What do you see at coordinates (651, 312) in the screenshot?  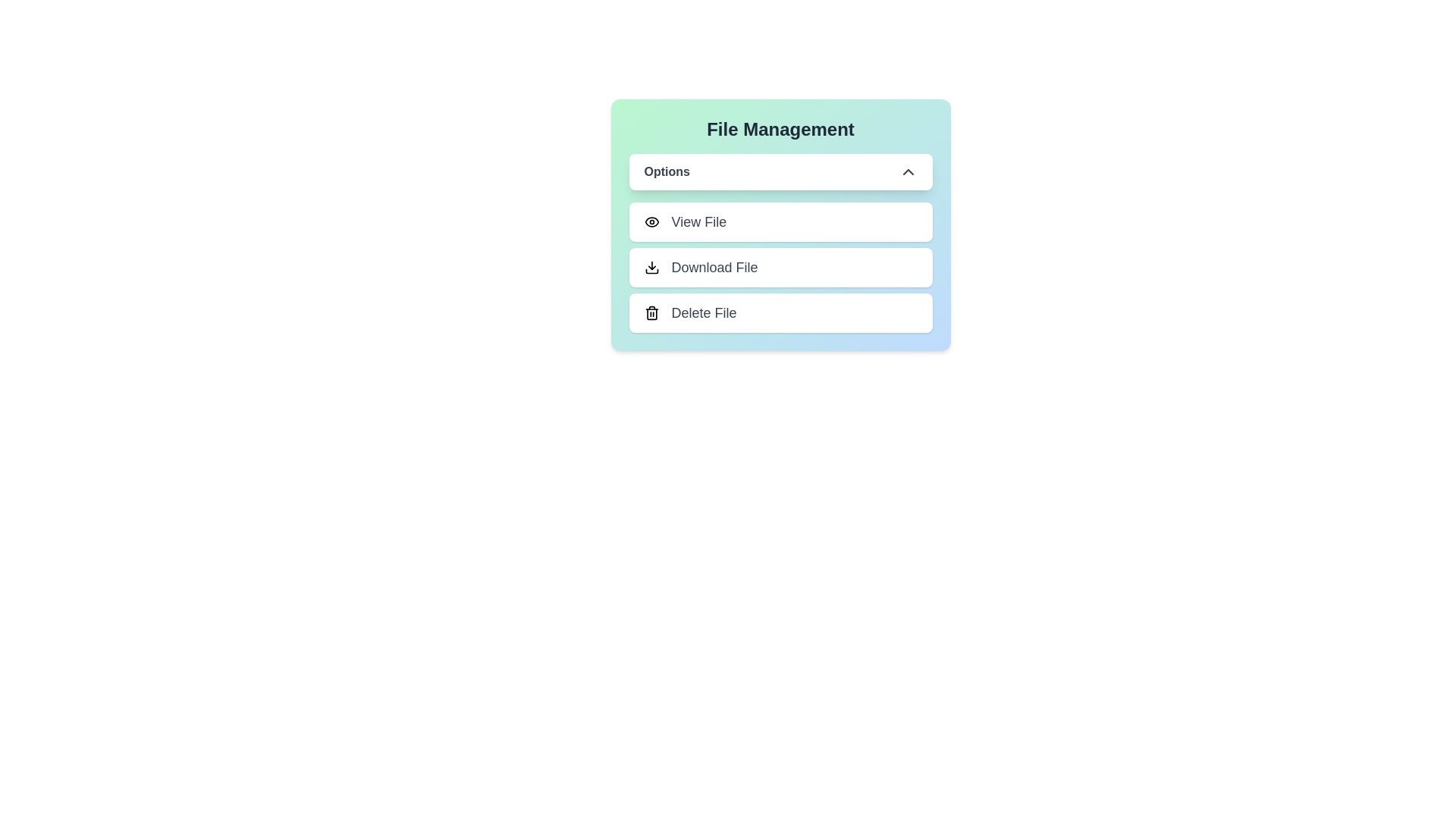 I see `the icon next to the menu option Delete File` at bounding box center [651, 312].